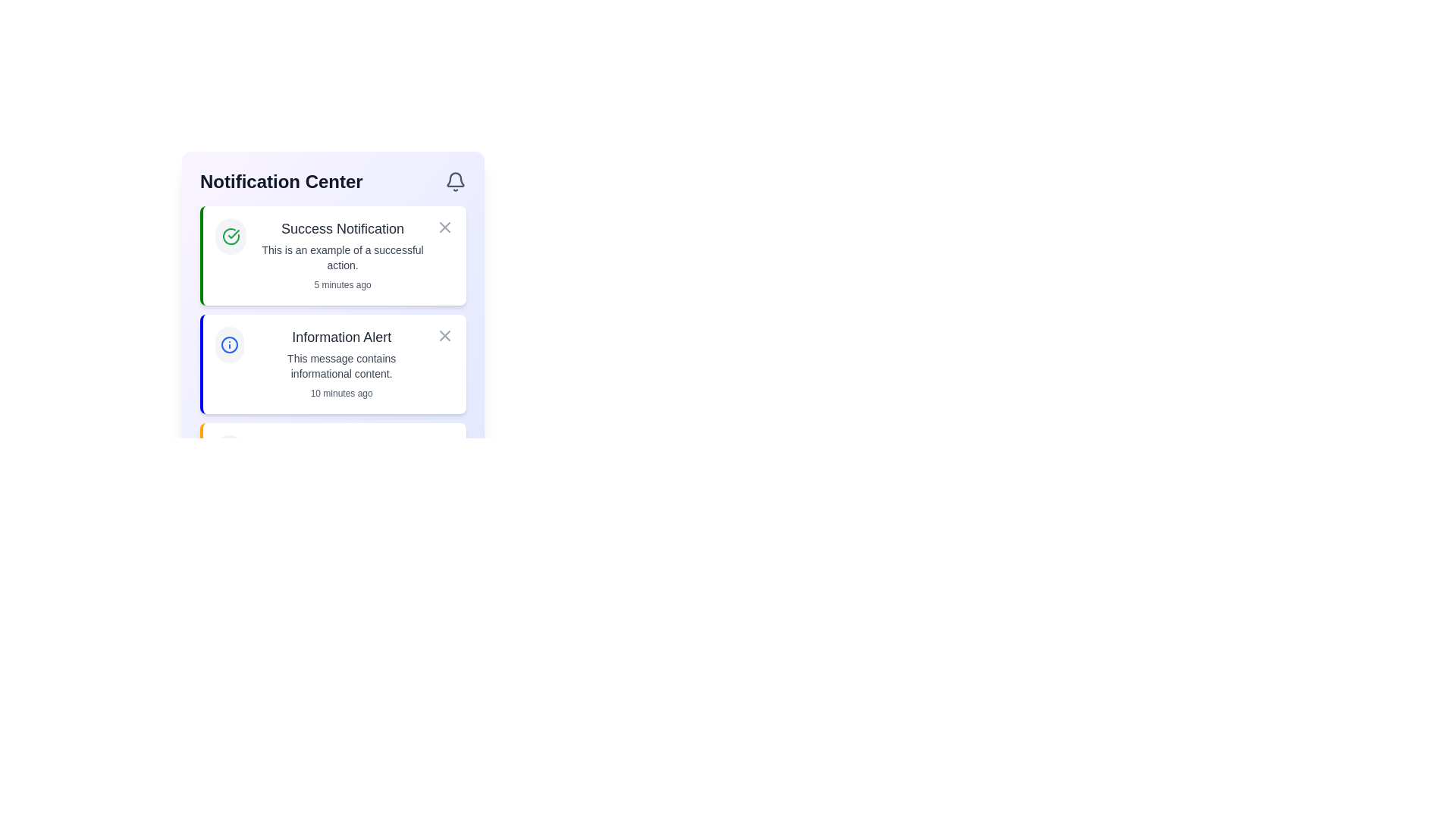 The image size is (1456, 819). I want to click on the checkmark icon that signifies a successful operation, located at the center of the success notification card in the notification center interface, so click(233, 234).